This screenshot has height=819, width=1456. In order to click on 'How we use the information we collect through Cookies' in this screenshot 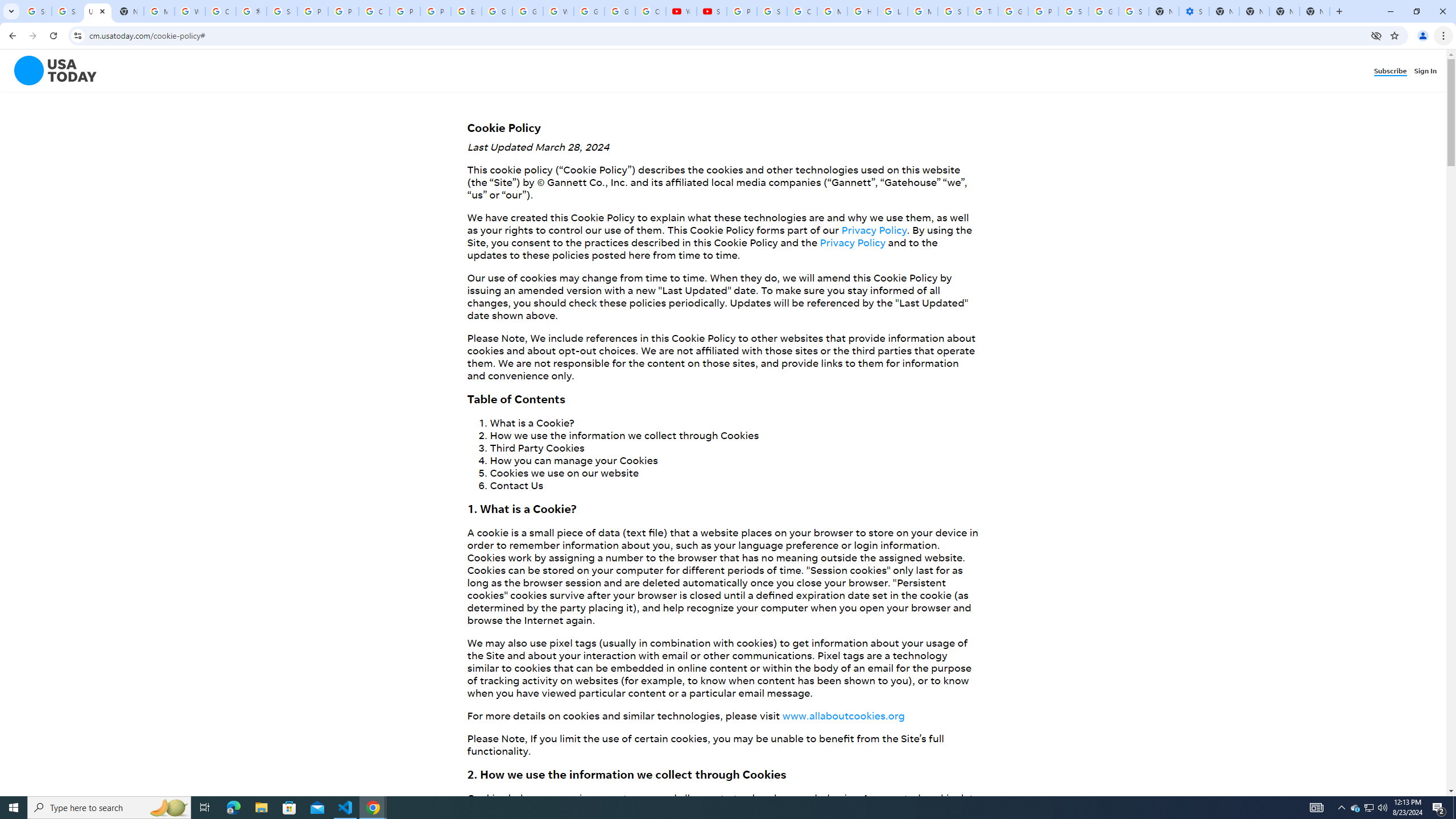, I will do `click(623, 435)`.